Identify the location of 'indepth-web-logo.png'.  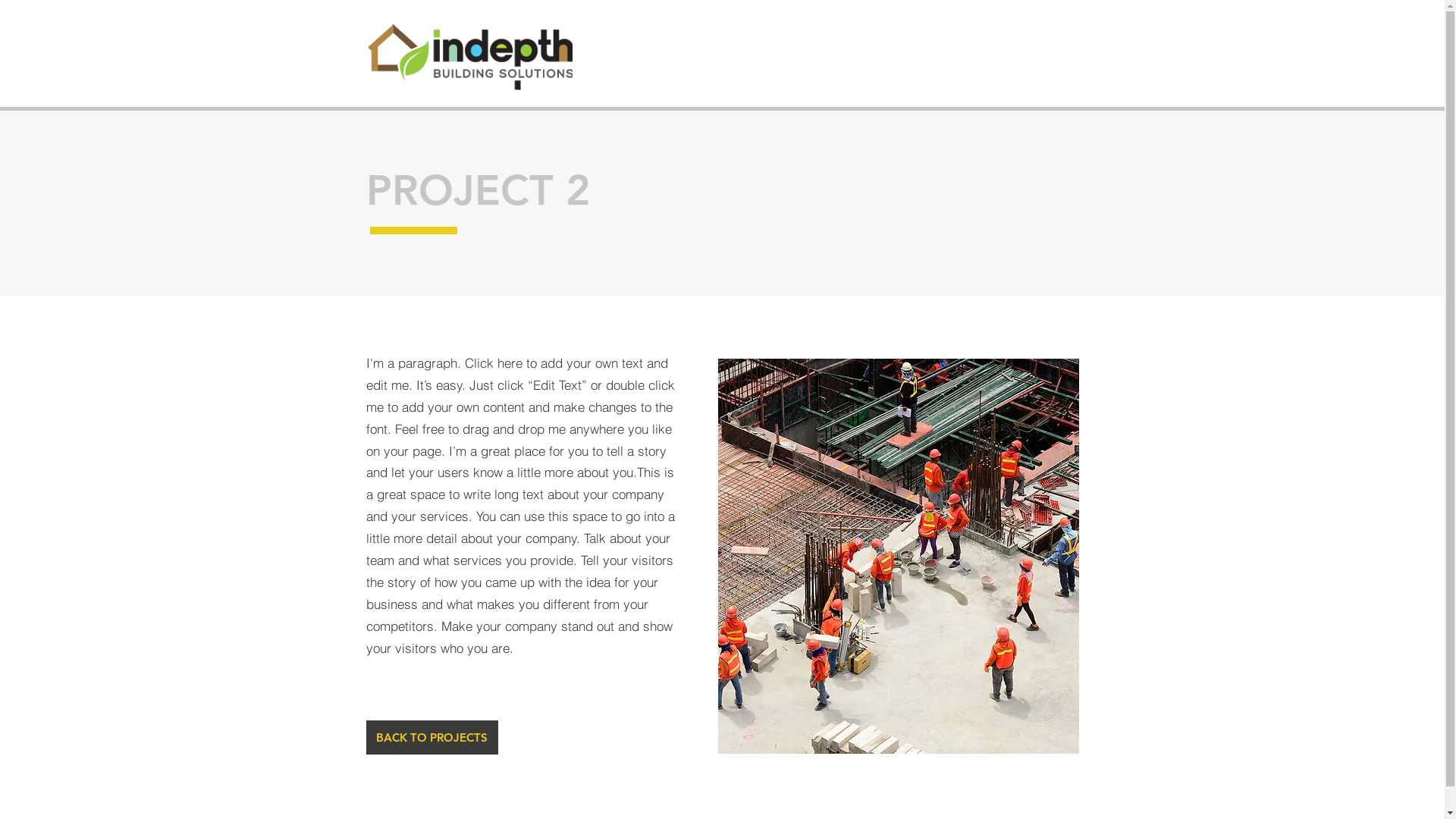
(368, 56).